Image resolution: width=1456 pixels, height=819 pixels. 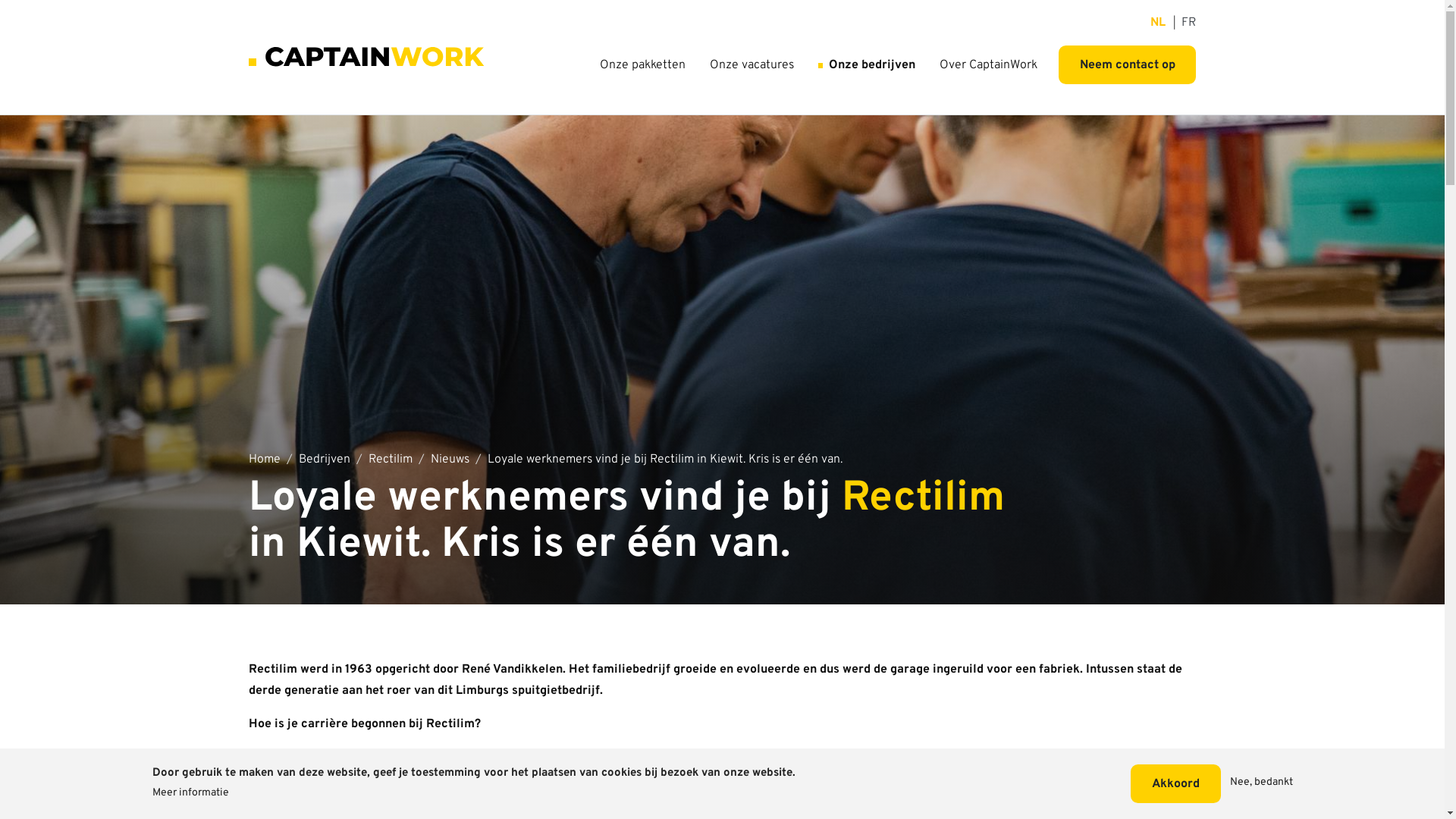 I want to click on 'Akkoord', so click(x=1131, y=783).